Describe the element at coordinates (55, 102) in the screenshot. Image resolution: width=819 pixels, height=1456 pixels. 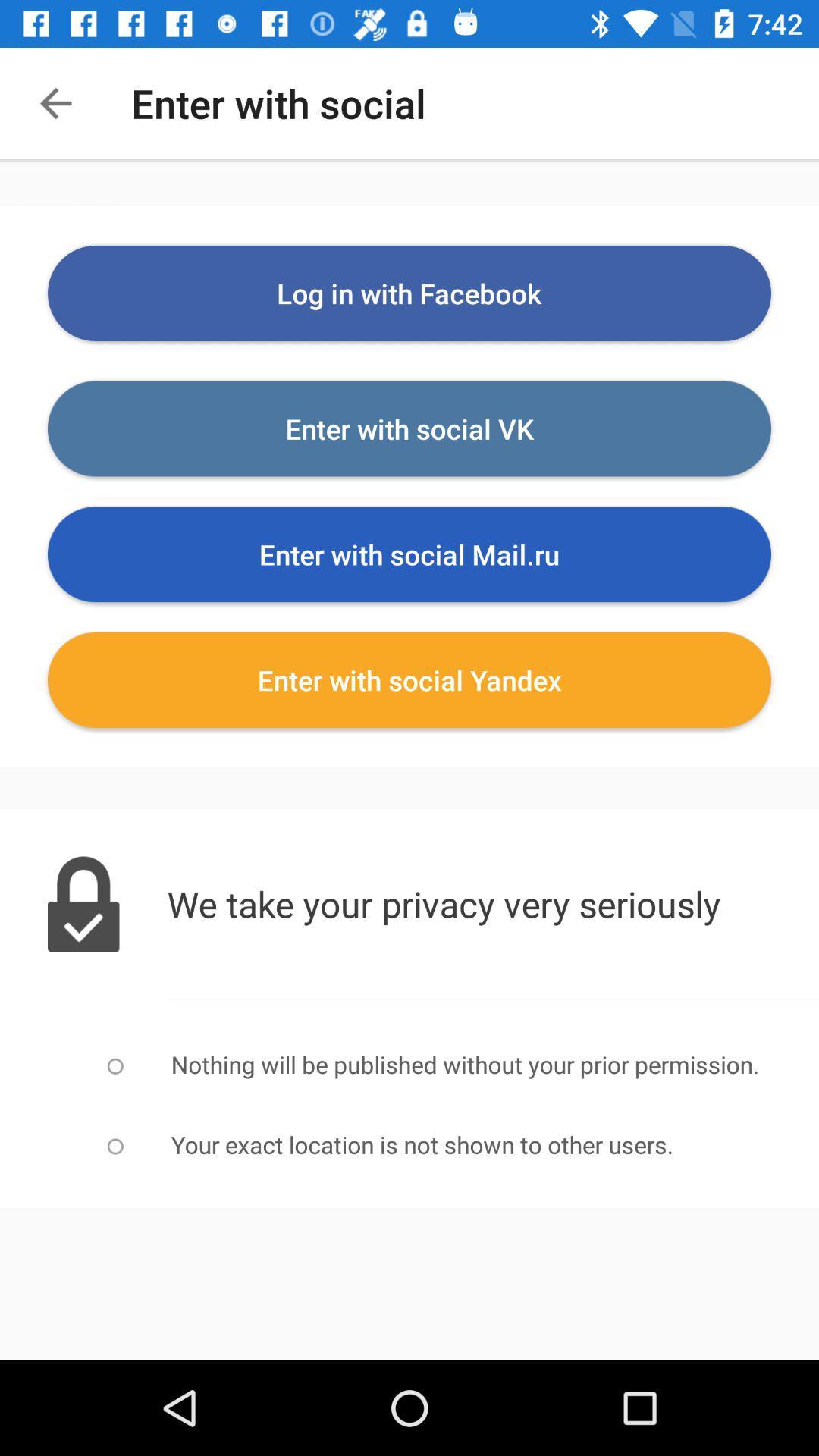
I see `item at the top left corner` at that location.